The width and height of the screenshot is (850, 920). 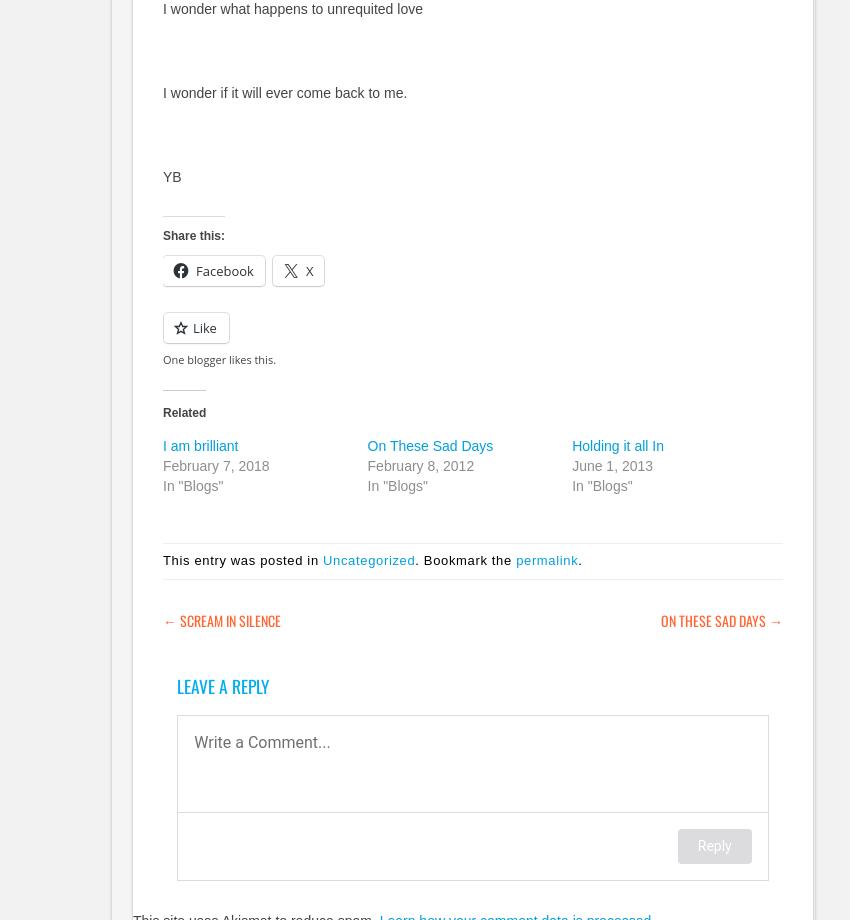 What do you see at coordinates (367, 560) in the screenshot?
I see `'Uncategorized'` at bounding box center [367, 560].